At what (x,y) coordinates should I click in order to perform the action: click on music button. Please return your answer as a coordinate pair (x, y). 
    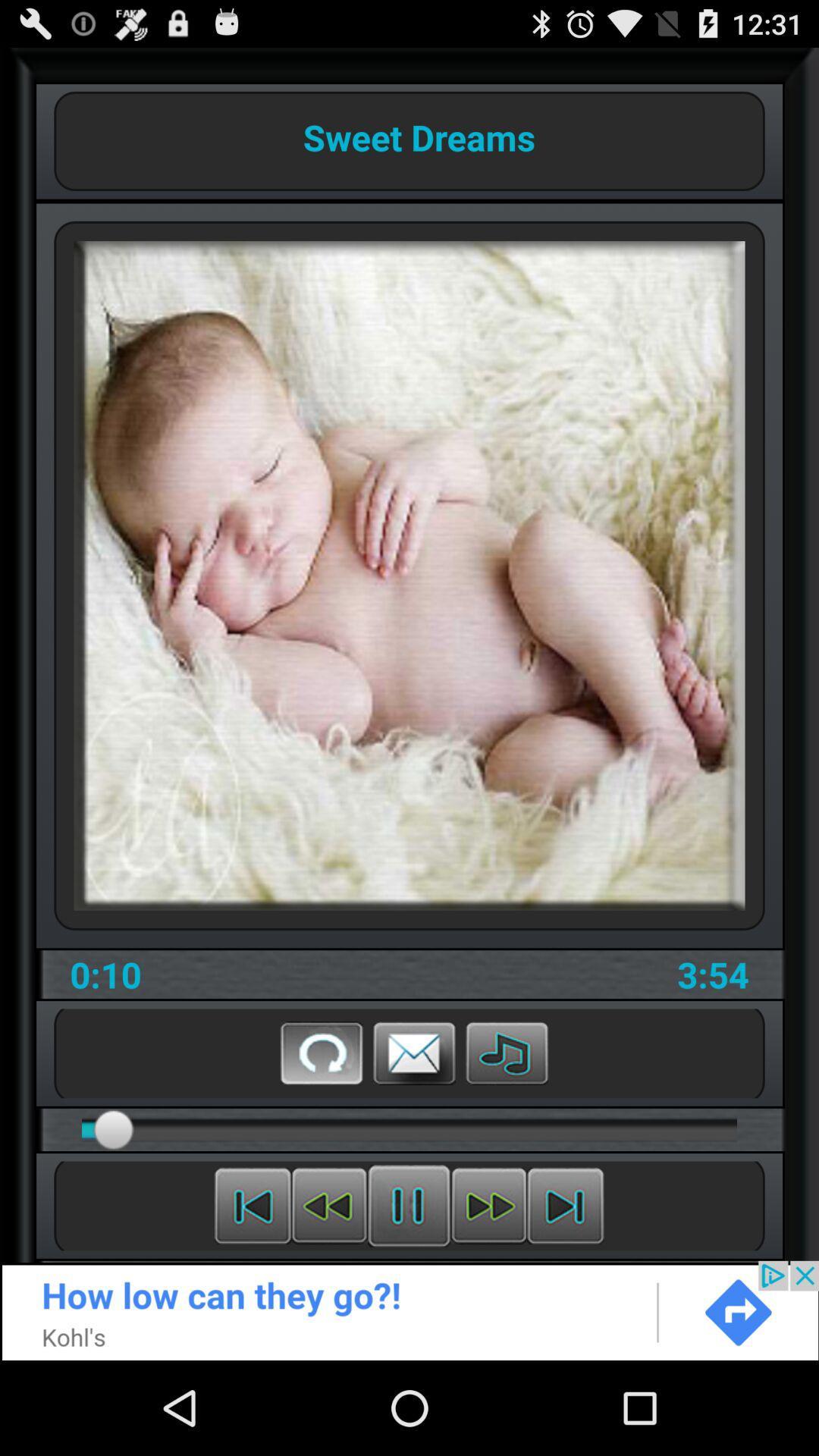
    Looking at the image, I should click on (507, 1052).